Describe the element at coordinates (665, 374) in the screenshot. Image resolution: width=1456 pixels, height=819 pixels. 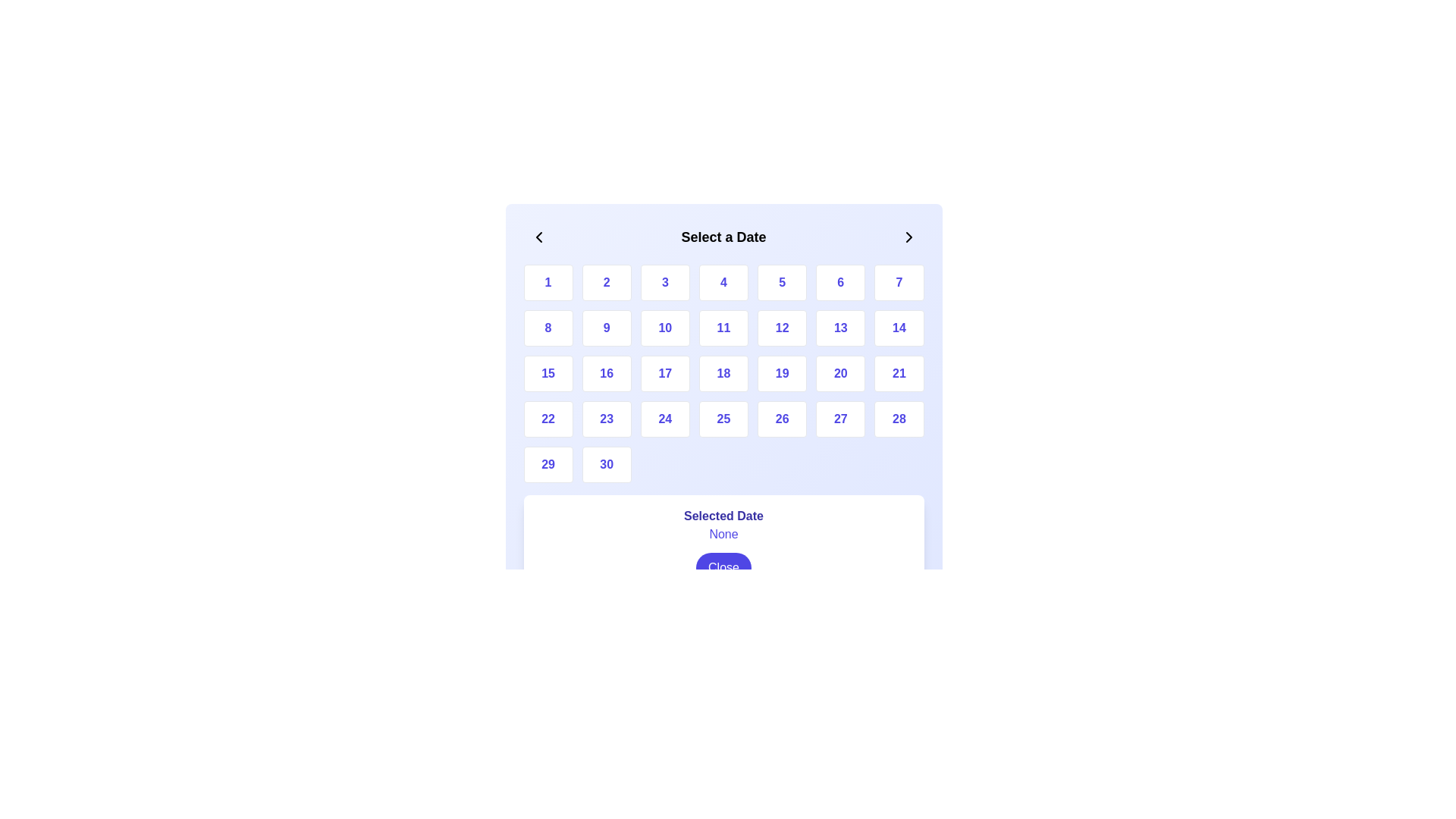
I see `the button representing the 17th day of the month in a calendar interface` at that location.